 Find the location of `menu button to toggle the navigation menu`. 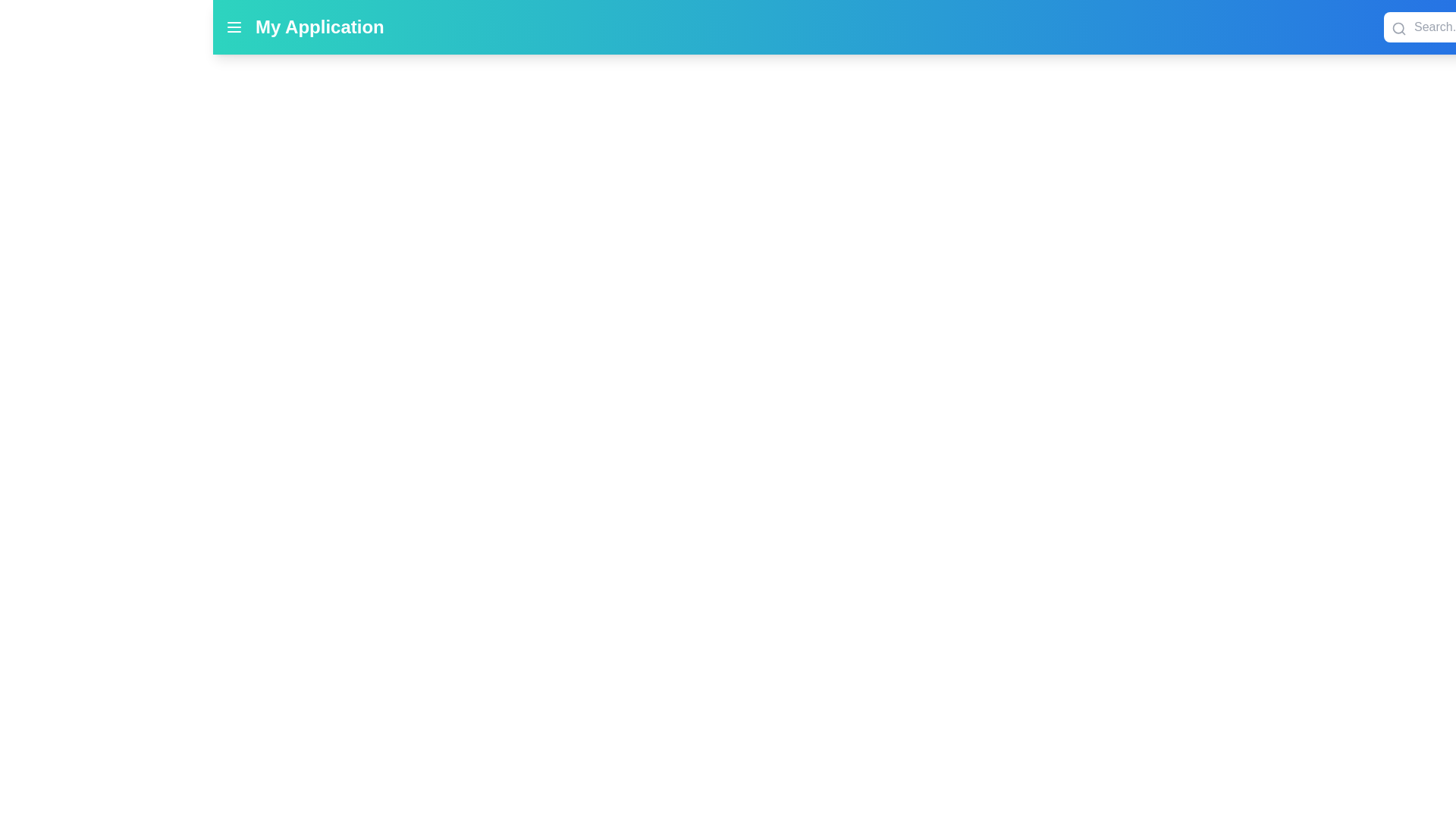

menu button to toggle the navigation menu is located at coordinates (233, 27).